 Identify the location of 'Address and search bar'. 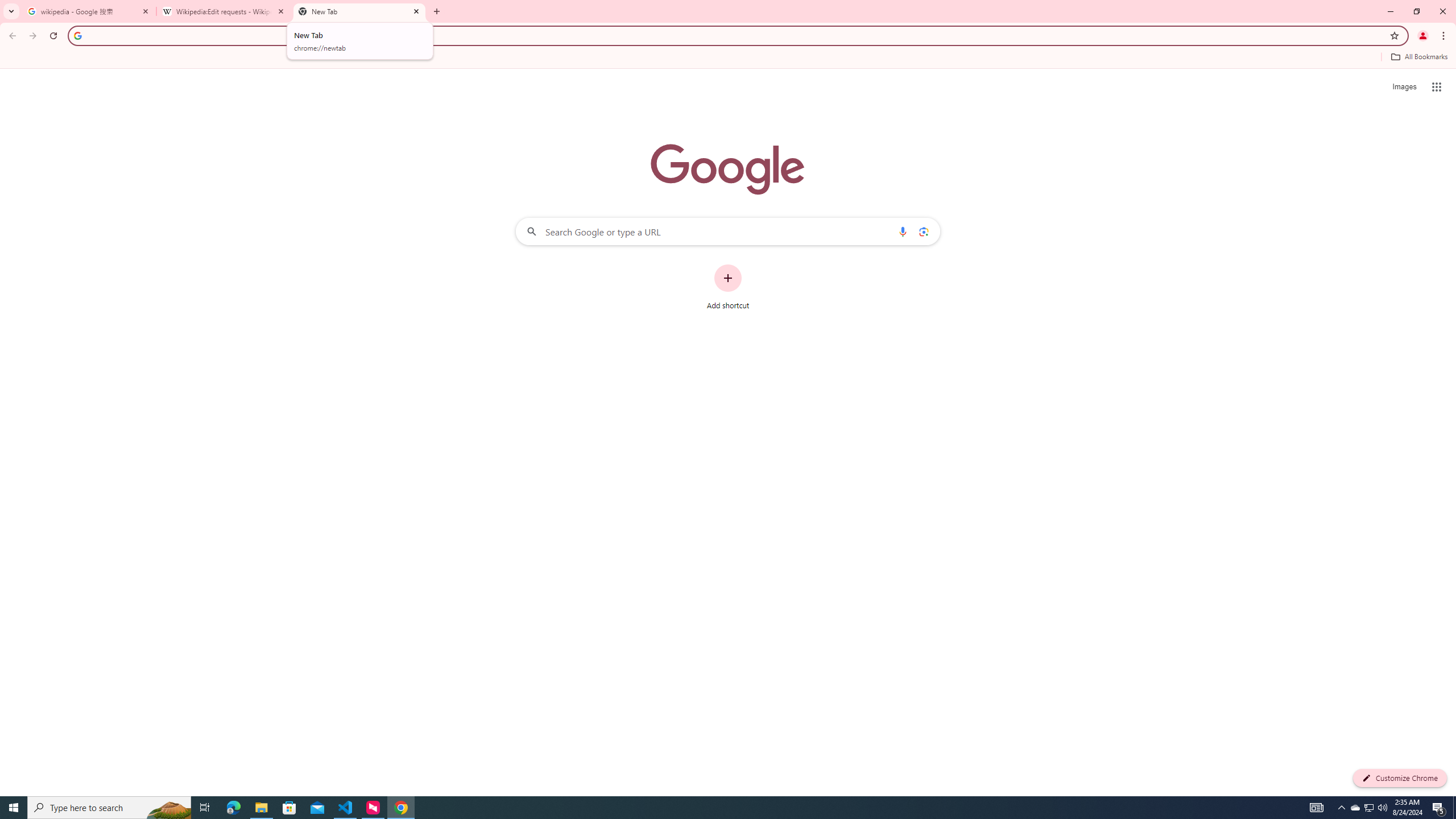
(735, 35).